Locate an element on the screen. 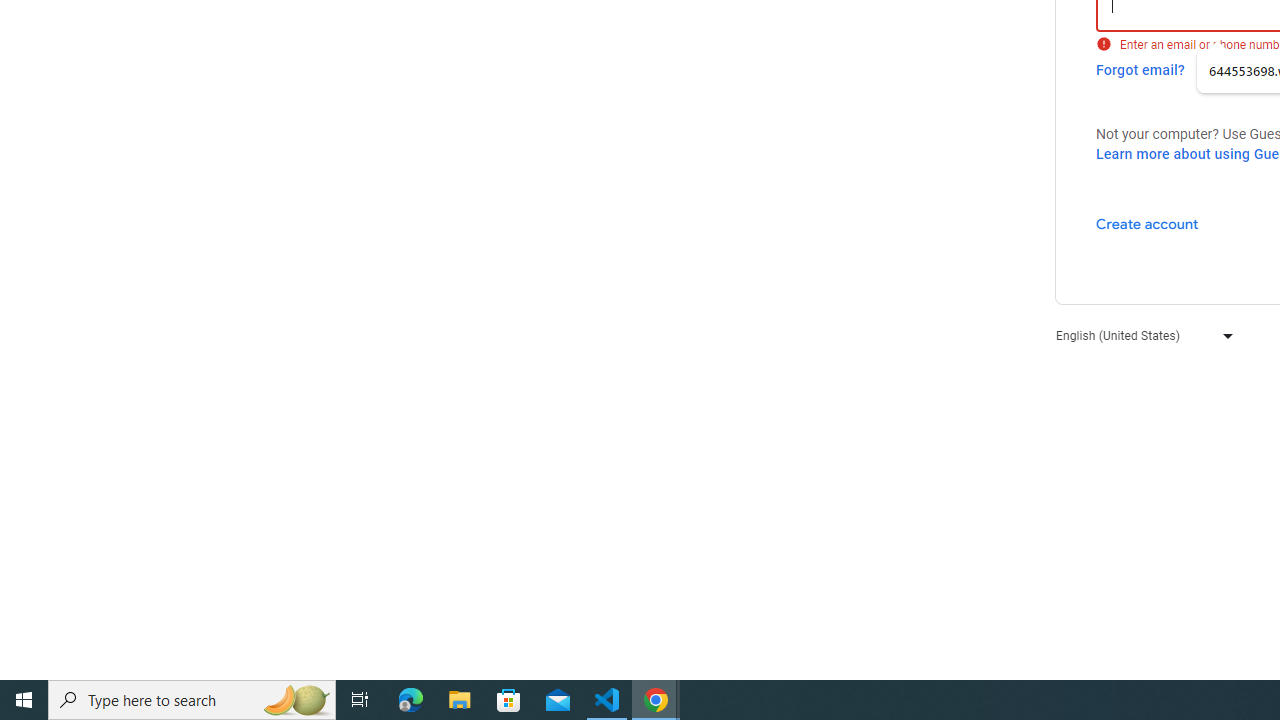 The height and width of the screenshot is (720, 1280). 'Forgot email?' is located at coordinates (1140, 68).